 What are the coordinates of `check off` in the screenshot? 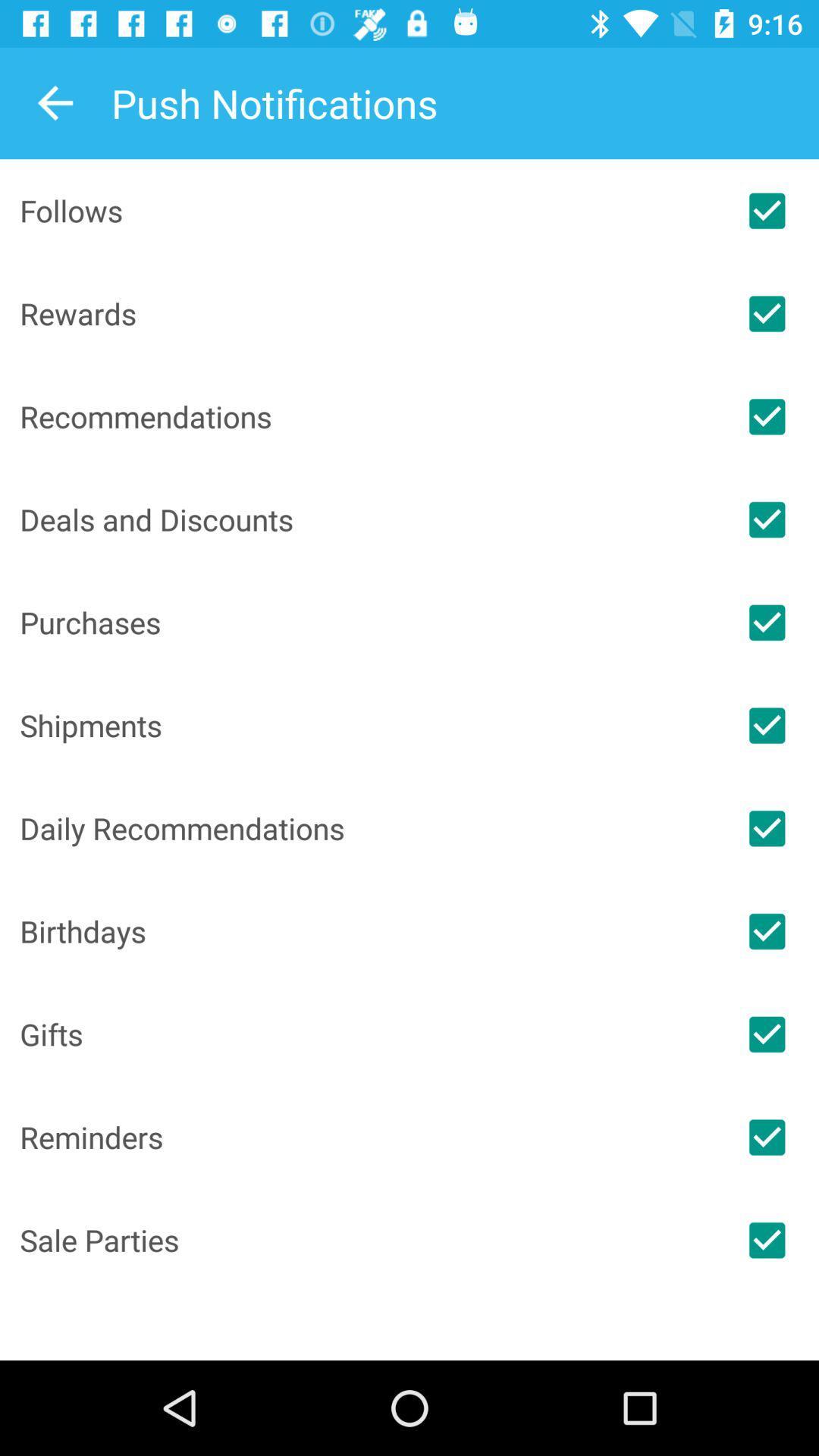 It's located at (767, 416).